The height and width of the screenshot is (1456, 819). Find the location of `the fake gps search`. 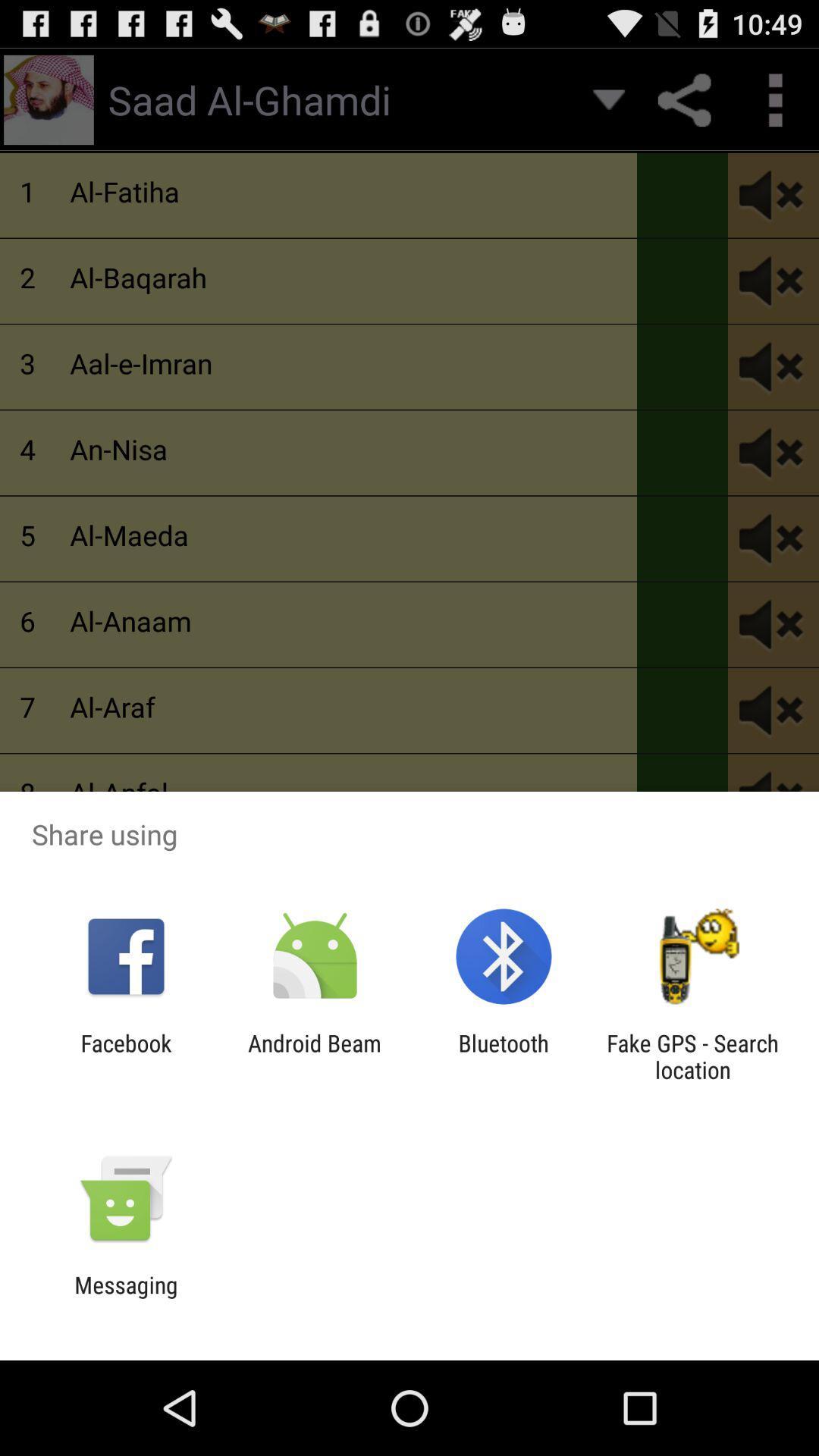

the fake gps search is located at coordinates (692, 1056).